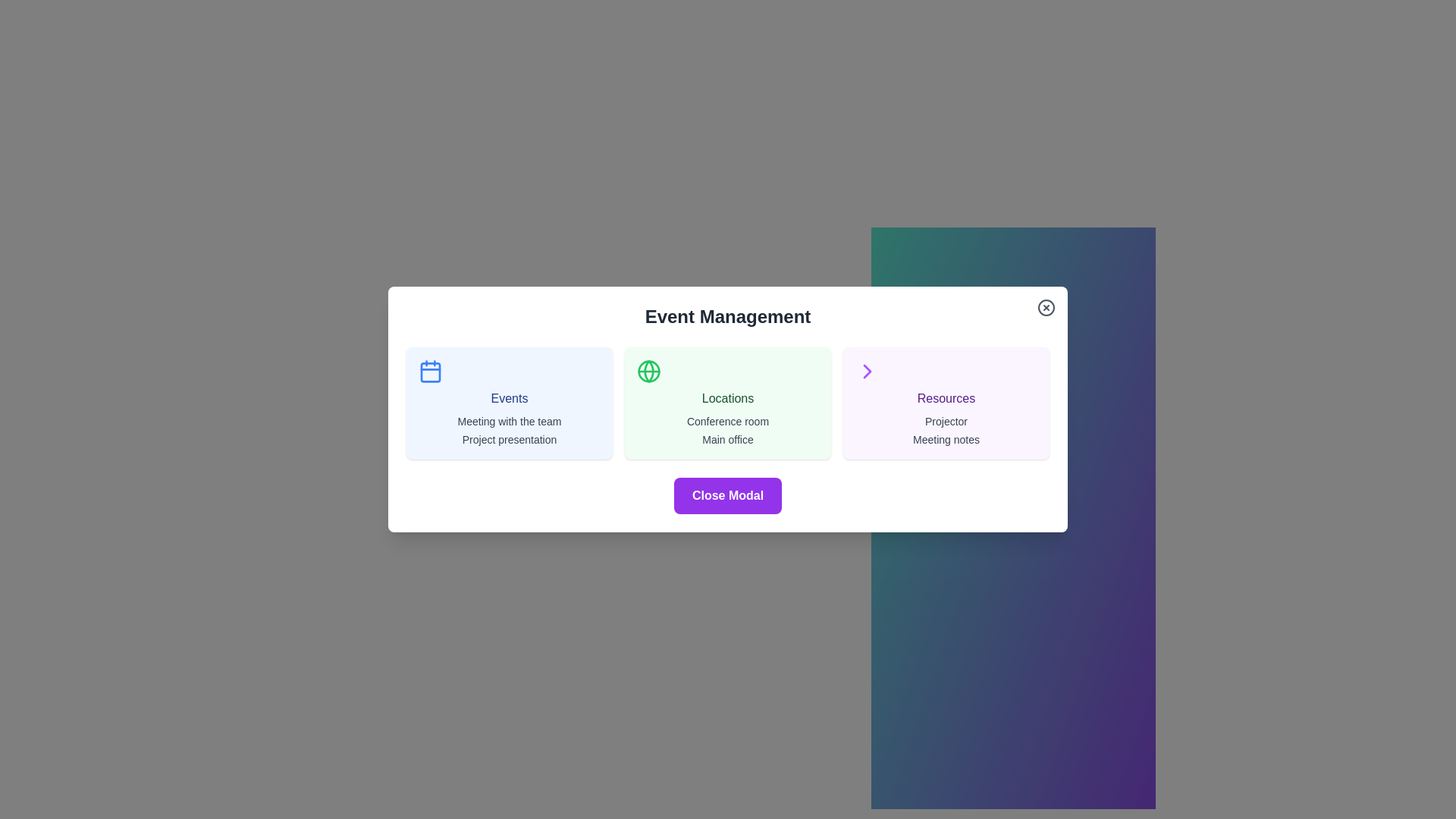  What do you see at coordinates (648, 371) in the screenshot?
I see `the circular centerpiece of the globe icon located in the 'Locations' section of the modal, which is positioned above the text label 'Locations.'` at bounding box center [648, 371].